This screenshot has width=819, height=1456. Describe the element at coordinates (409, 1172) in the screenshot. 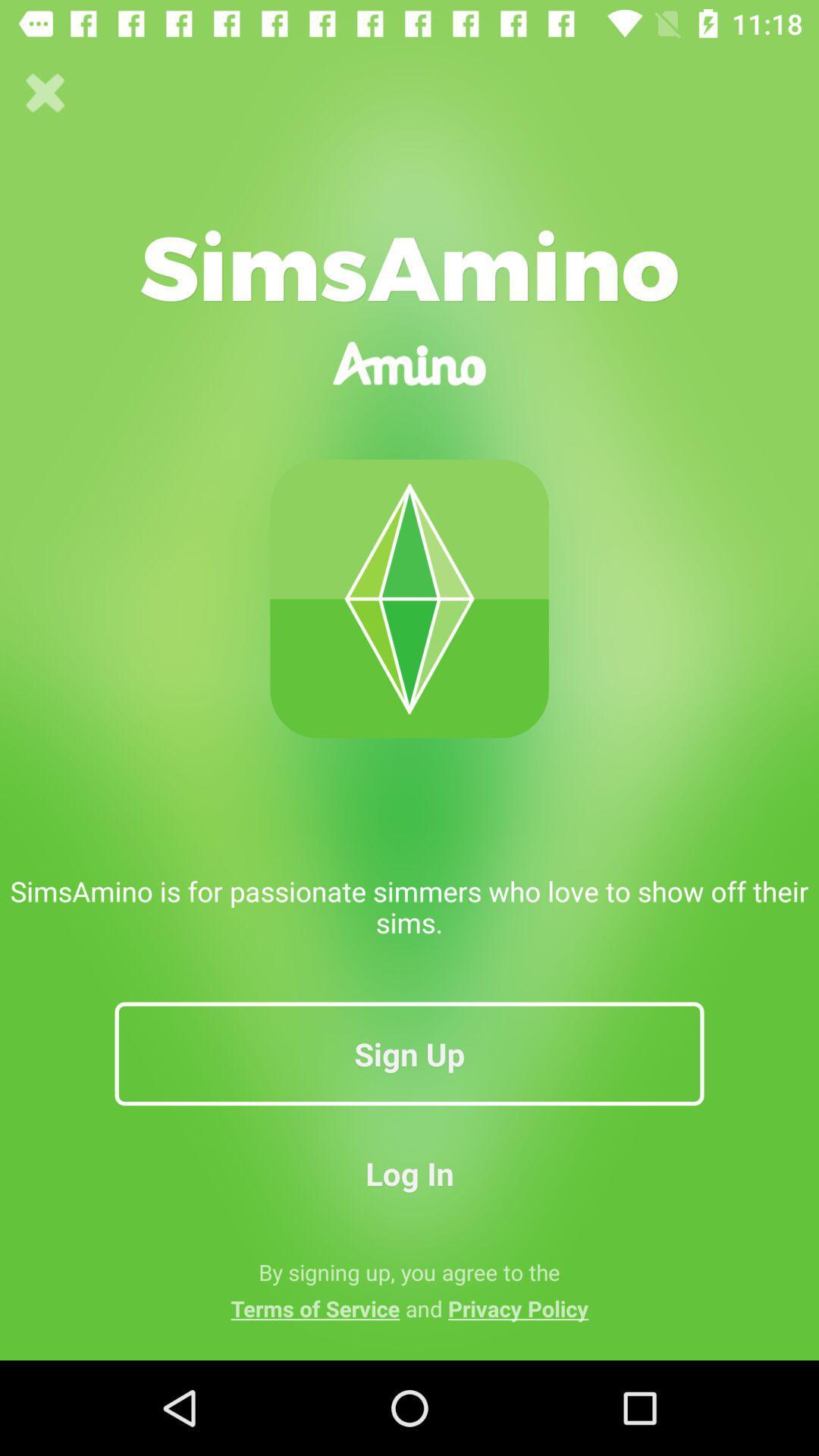

I see `icon above by signing up app` at that location.